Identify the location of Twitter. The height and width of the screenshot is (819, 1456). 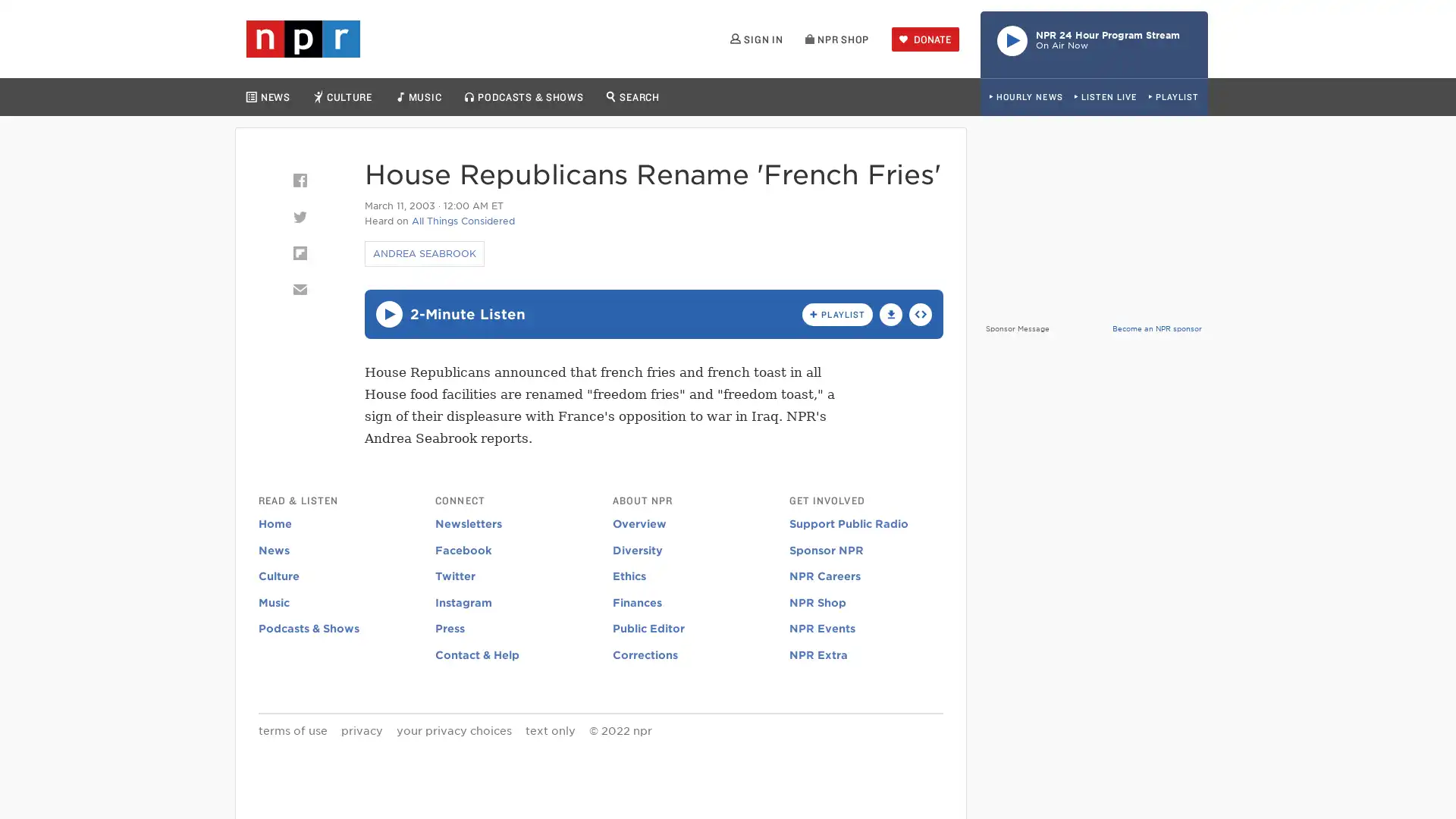
(299, 216).